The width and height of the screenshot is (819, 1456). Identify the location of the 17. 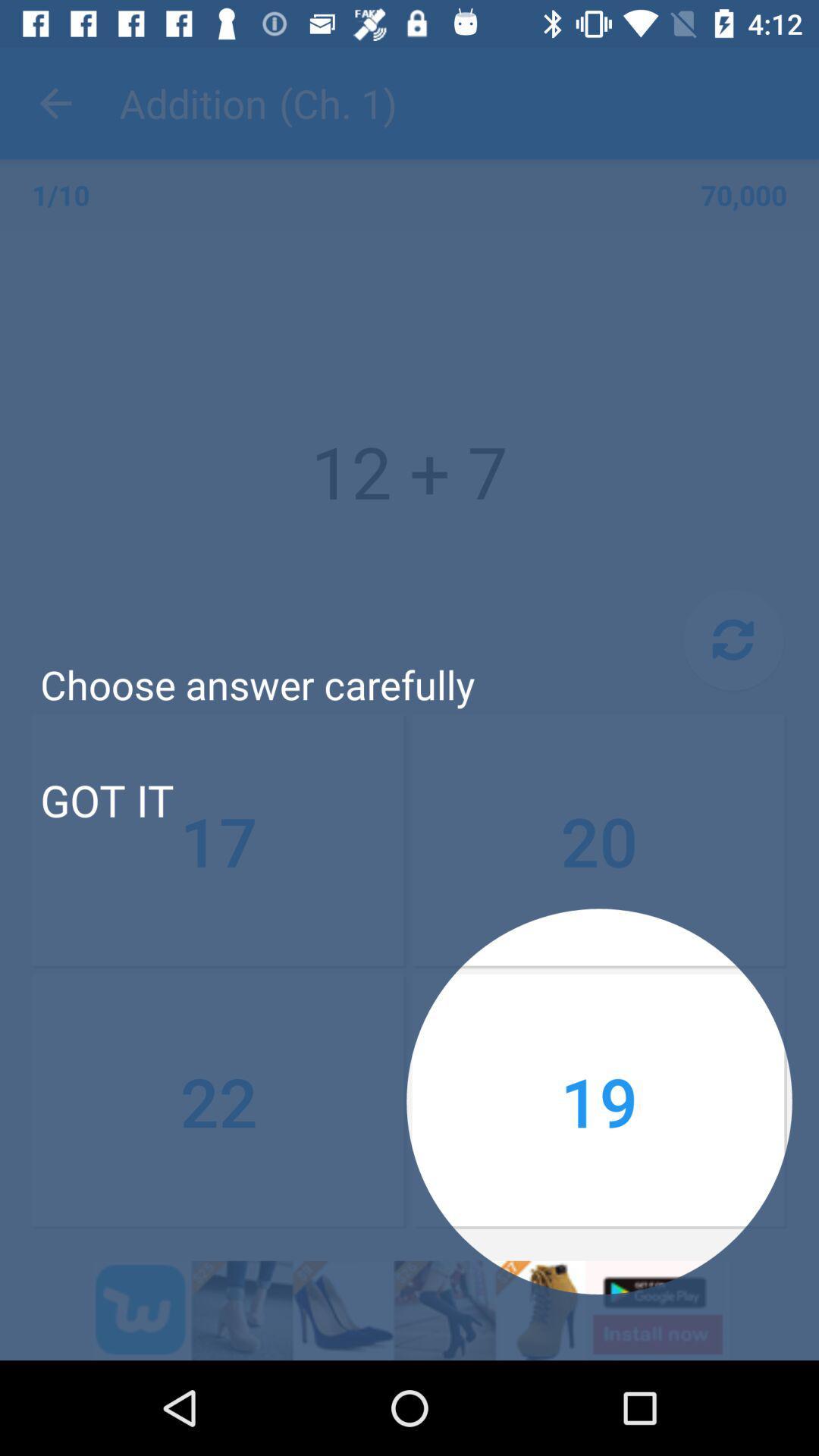
(219, 840).